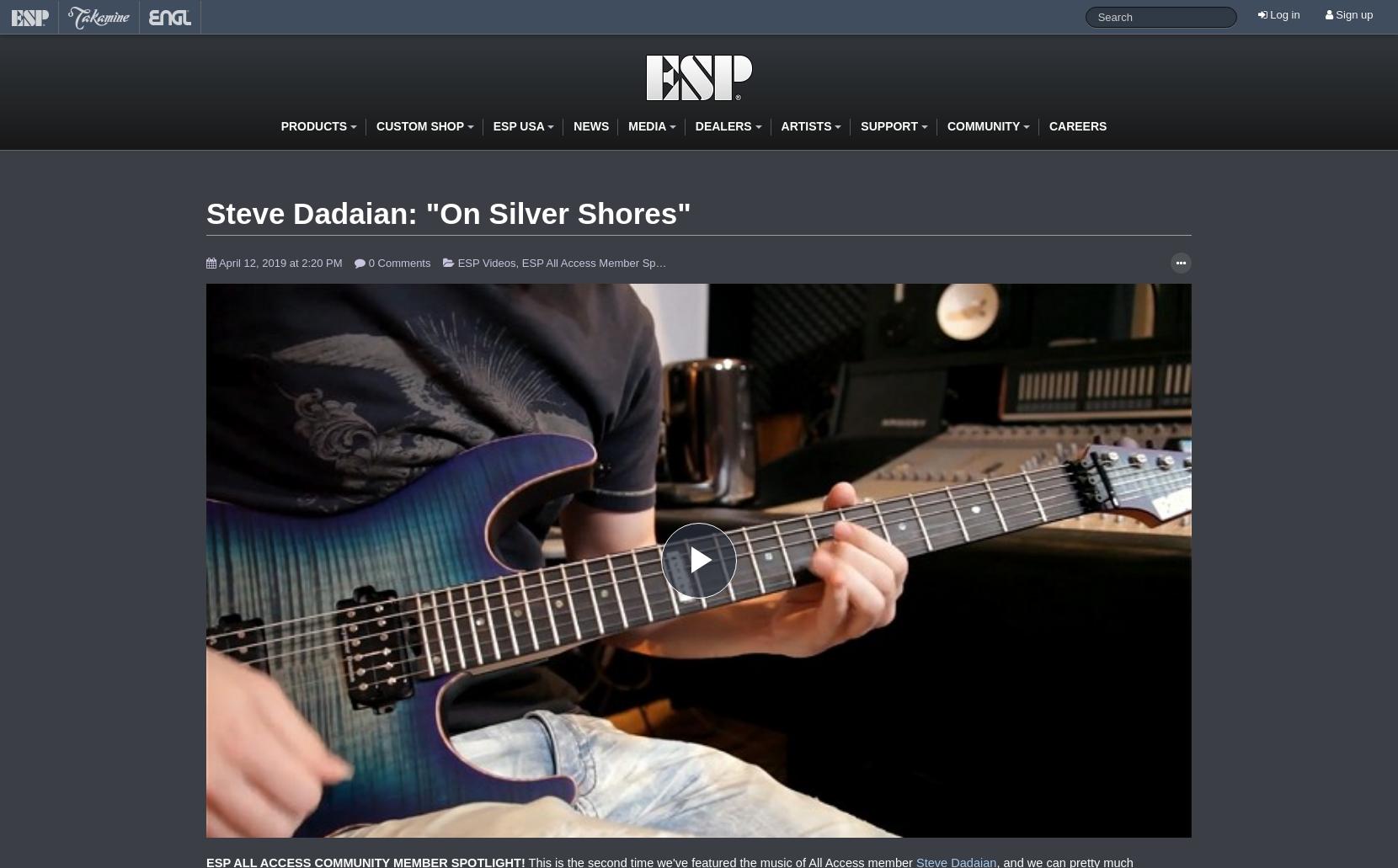 This screenshot has width=1398, height=868. I want to click on 'Careers', so click(1076, 124).